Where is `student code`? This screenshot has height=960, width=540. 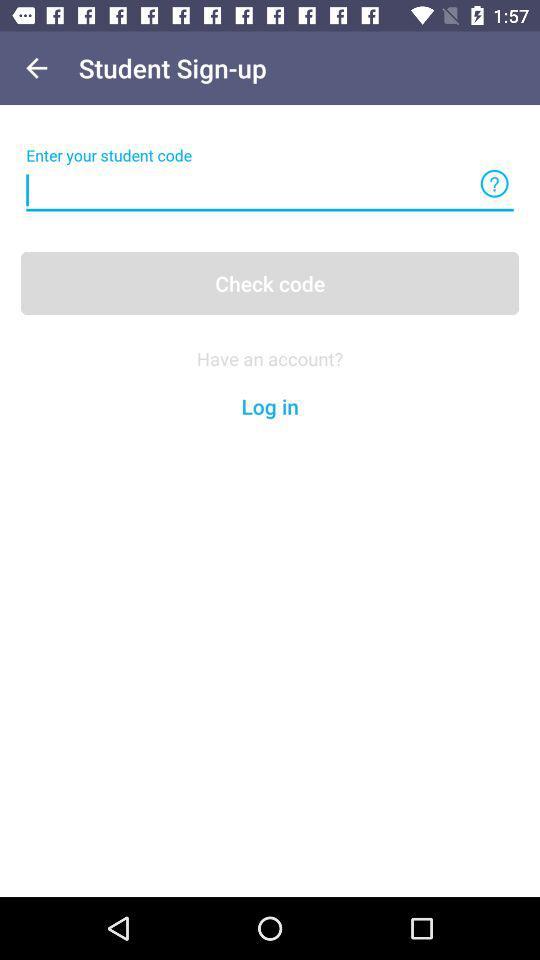
student code is located at coordinates (270, 190).